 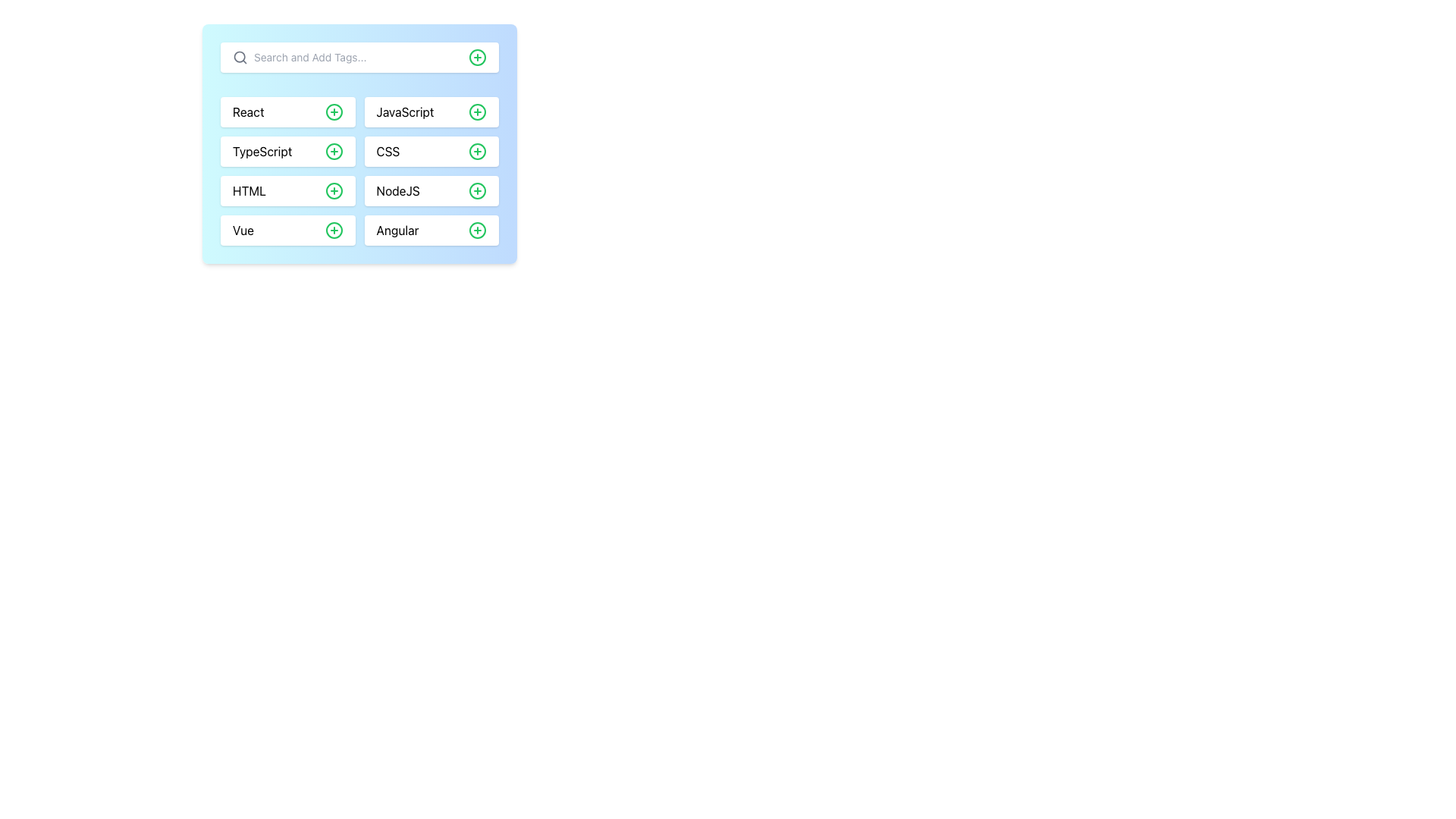 What do you see at coordinates (476, 190) in the screenshot?
I see `the button located to the right of the 'NodeJS' text` at bounding box center [476, 190].